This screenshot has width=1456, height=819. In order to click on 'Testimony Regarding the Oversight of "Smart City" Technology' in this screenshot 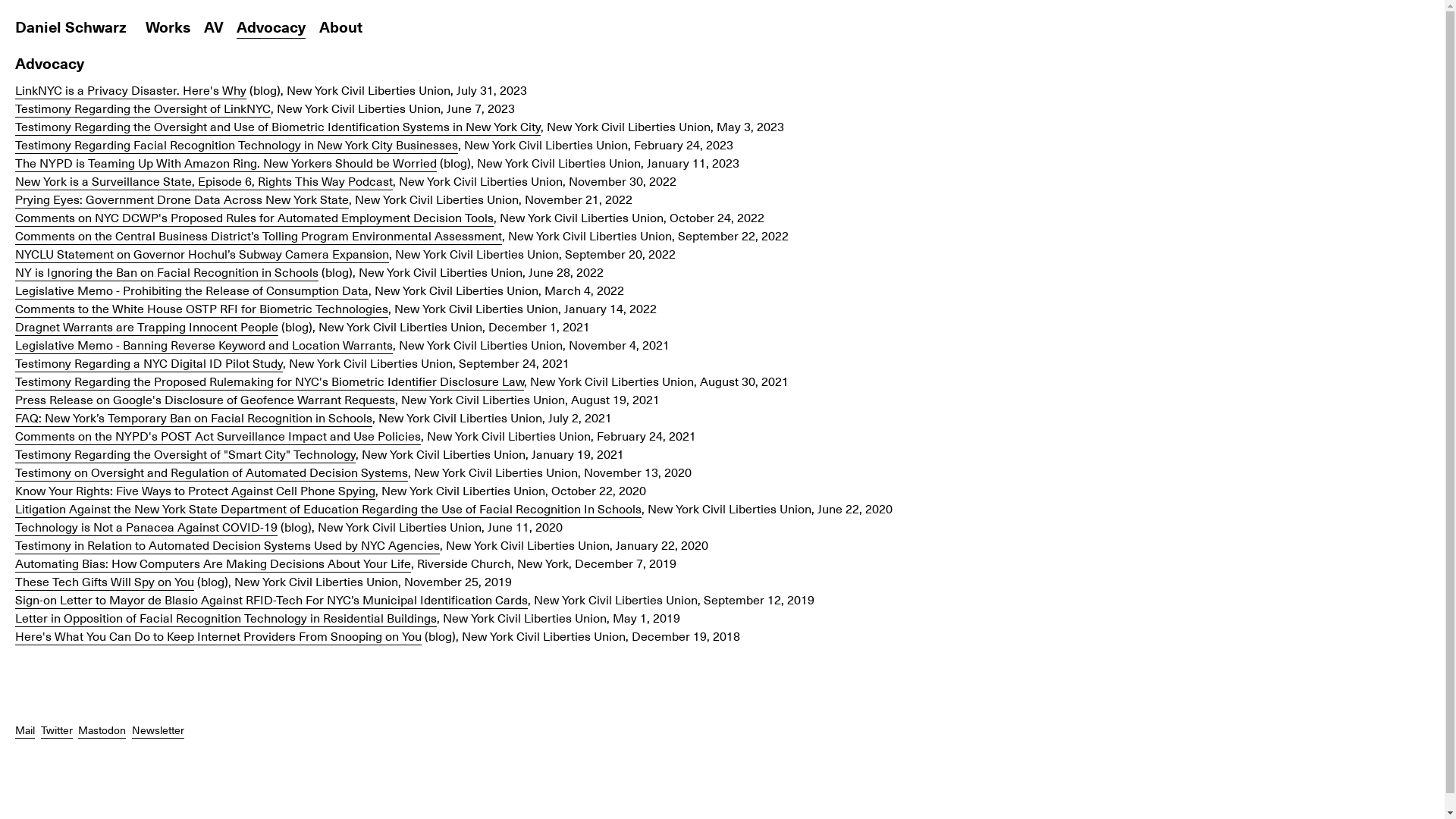, I will do `click(14, 453)`.